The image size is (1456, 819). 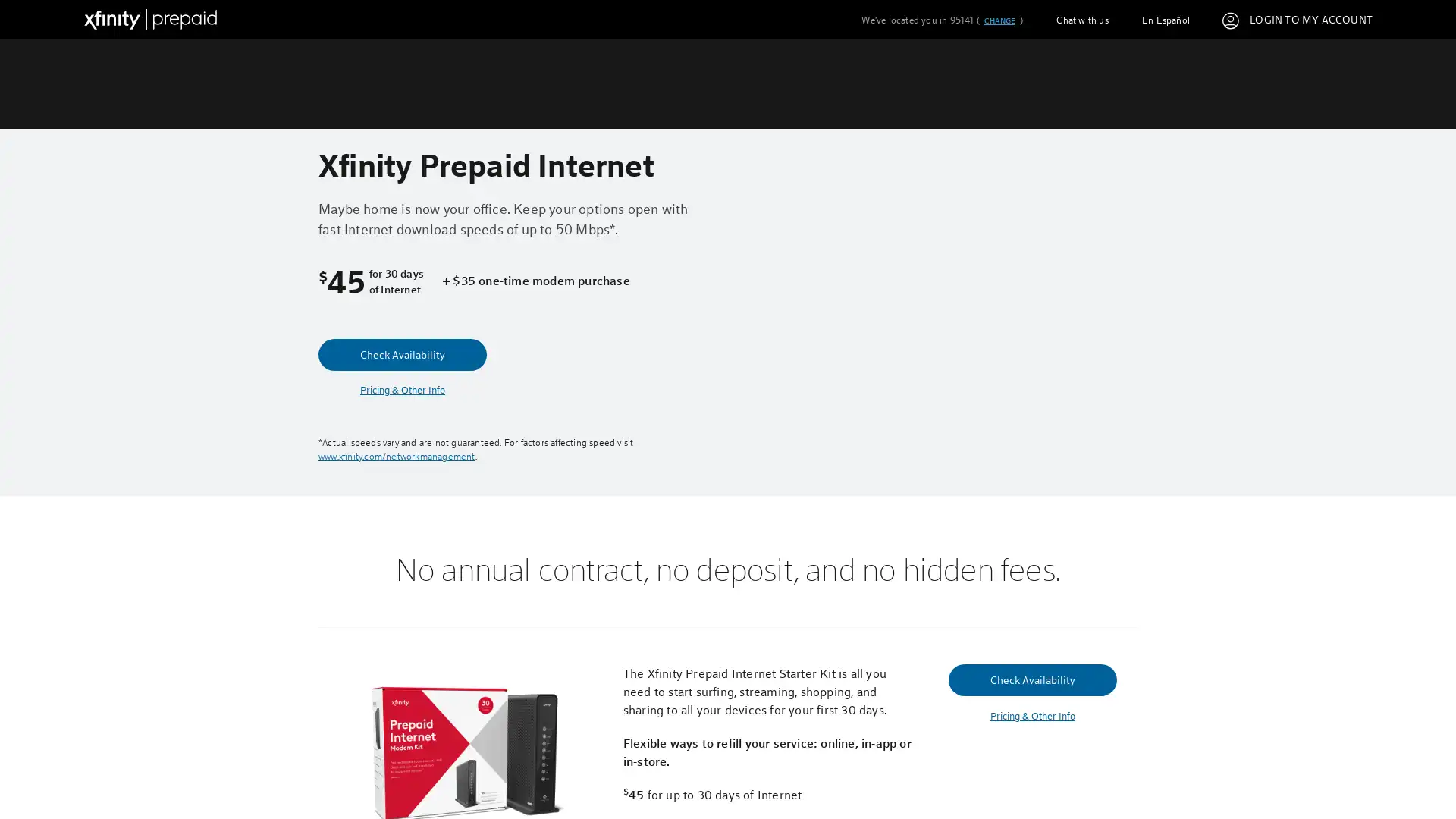 I want to click on Check Availability, so click(x=1031, y=678).